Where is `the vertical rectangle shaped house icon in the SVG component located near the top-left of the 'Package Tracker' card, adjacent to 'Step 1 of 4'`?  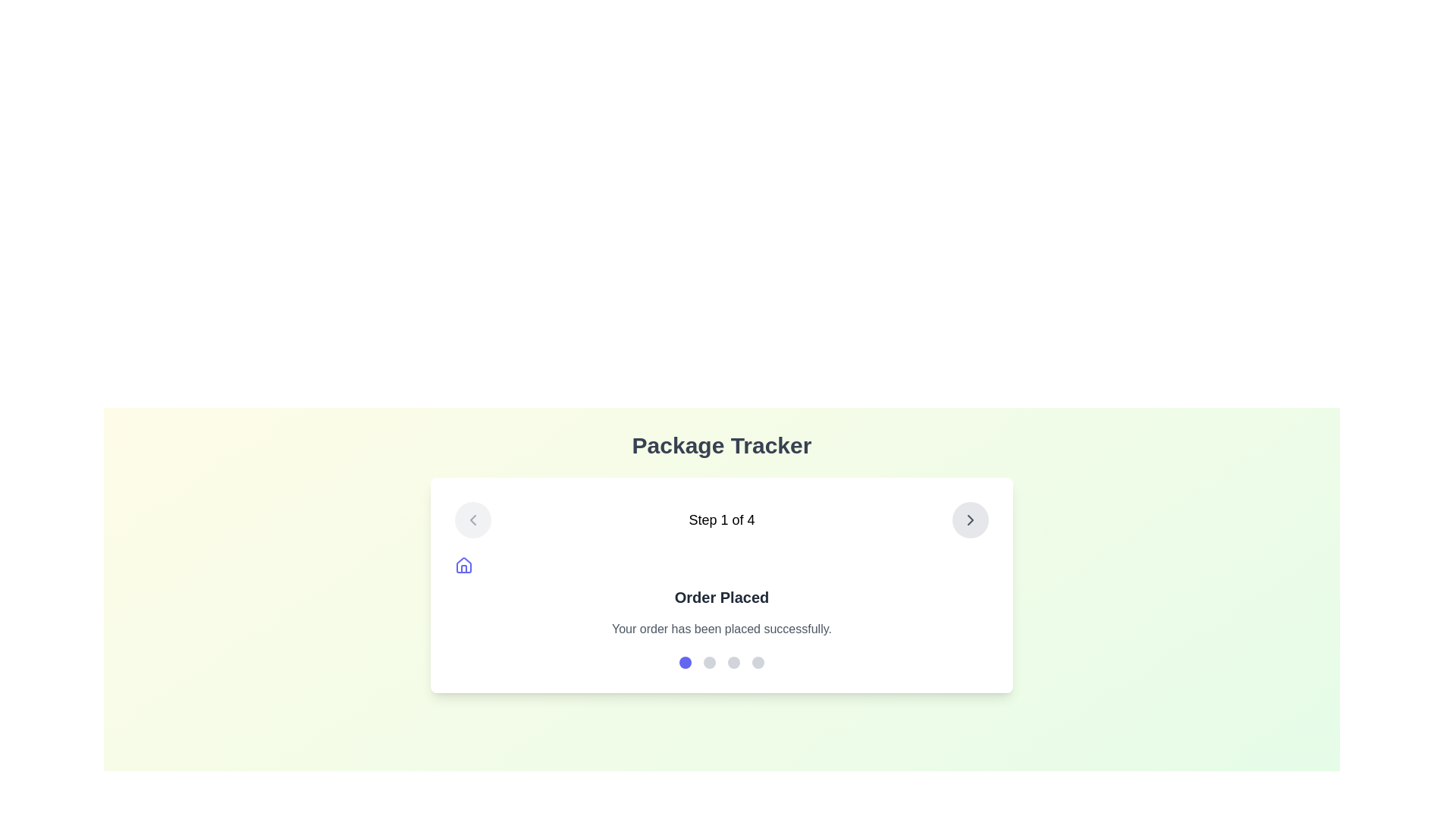
the vertical rectangle shaped house icon in the SVG component located near the top-left of the 'Package Tracker' card, adjacent to 'Step 1 of 4' is located at coordinates (463, 569).